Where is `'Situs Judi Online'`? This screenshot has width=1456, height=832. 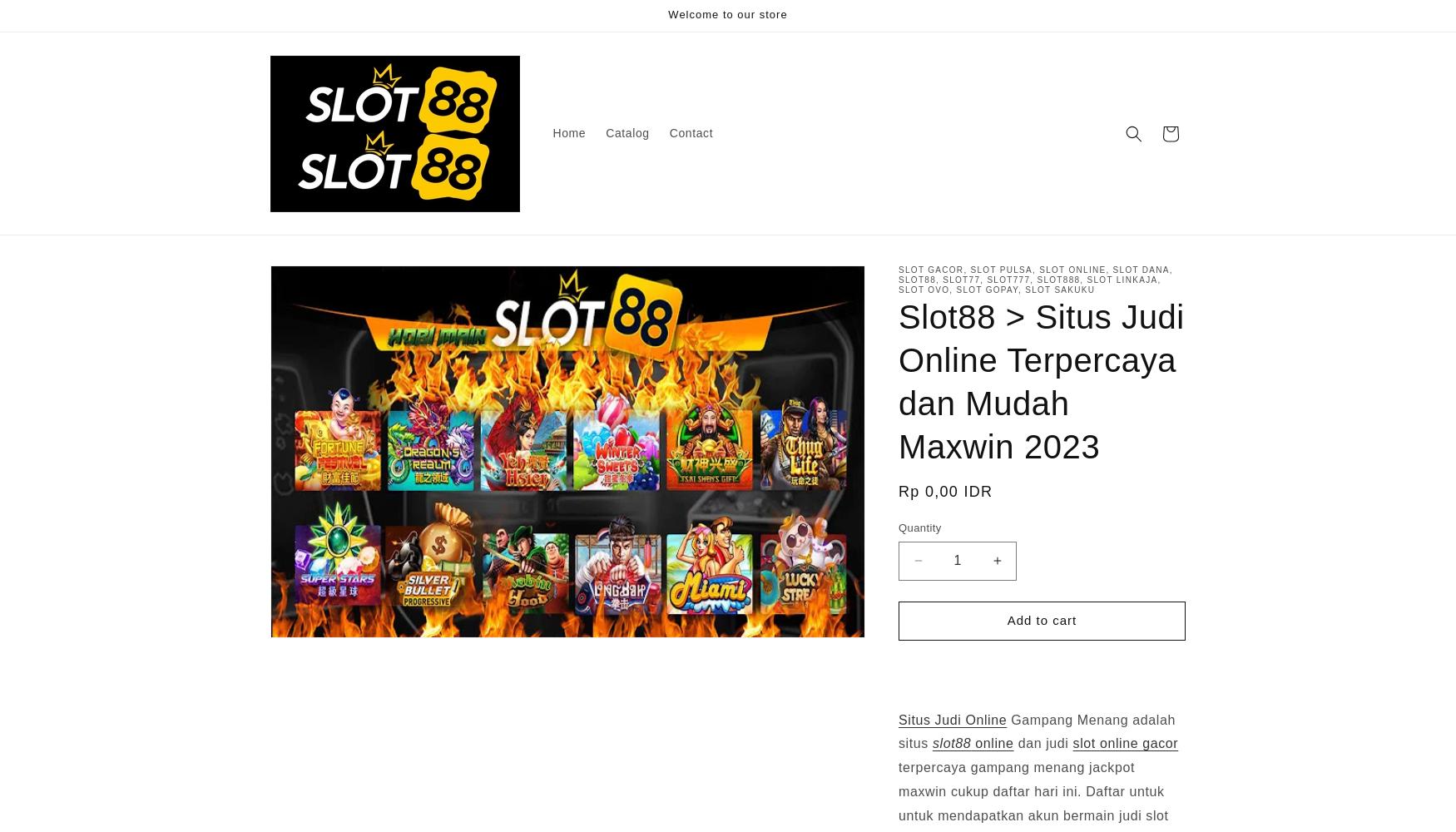 'Situs Judi Online' is located at coordinates (952, 718).